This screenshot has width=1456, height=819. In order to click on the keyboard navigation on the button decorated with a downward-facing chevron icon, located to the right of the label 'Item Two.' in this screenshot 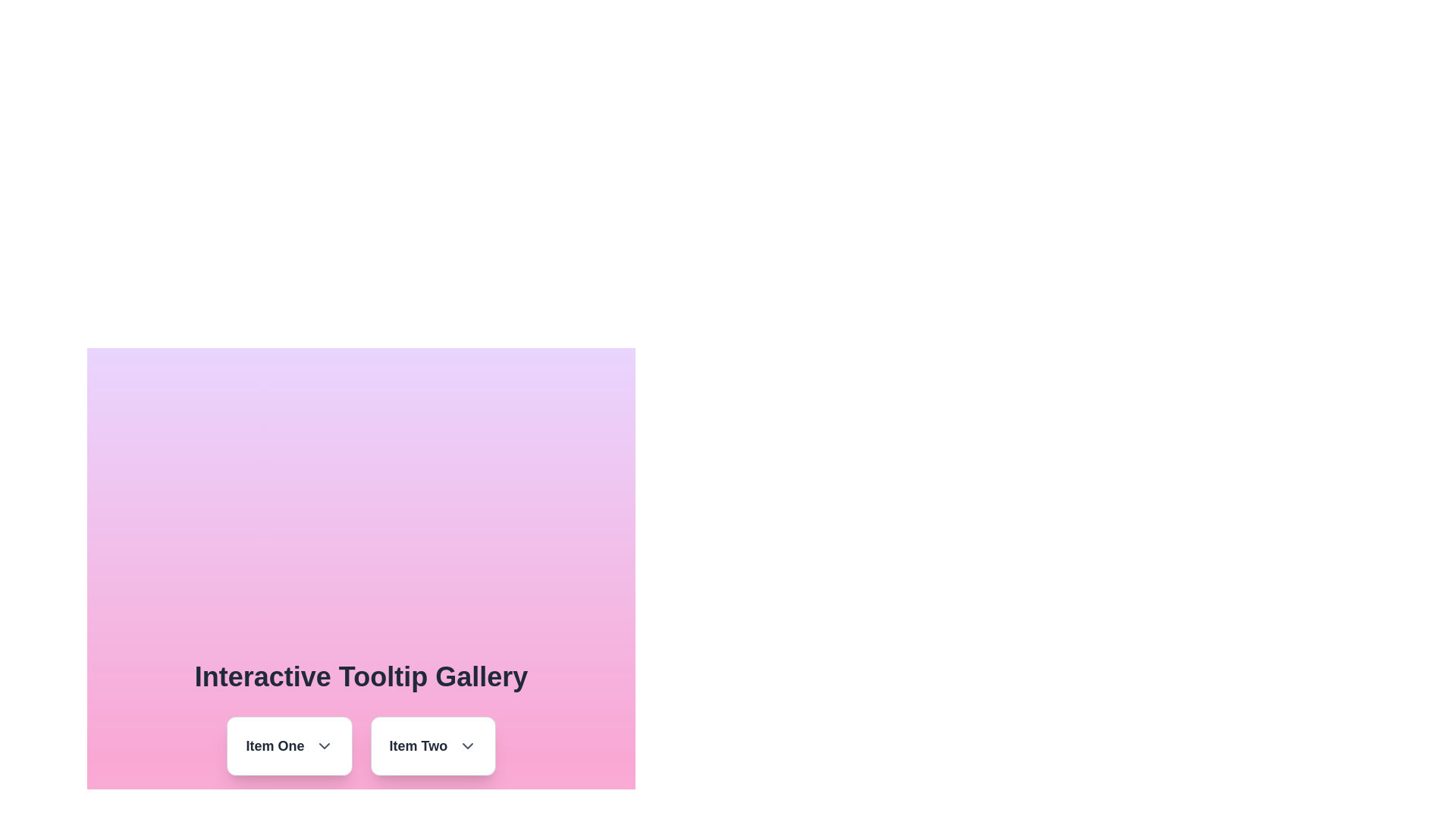, I will do `click(466, 745)`.